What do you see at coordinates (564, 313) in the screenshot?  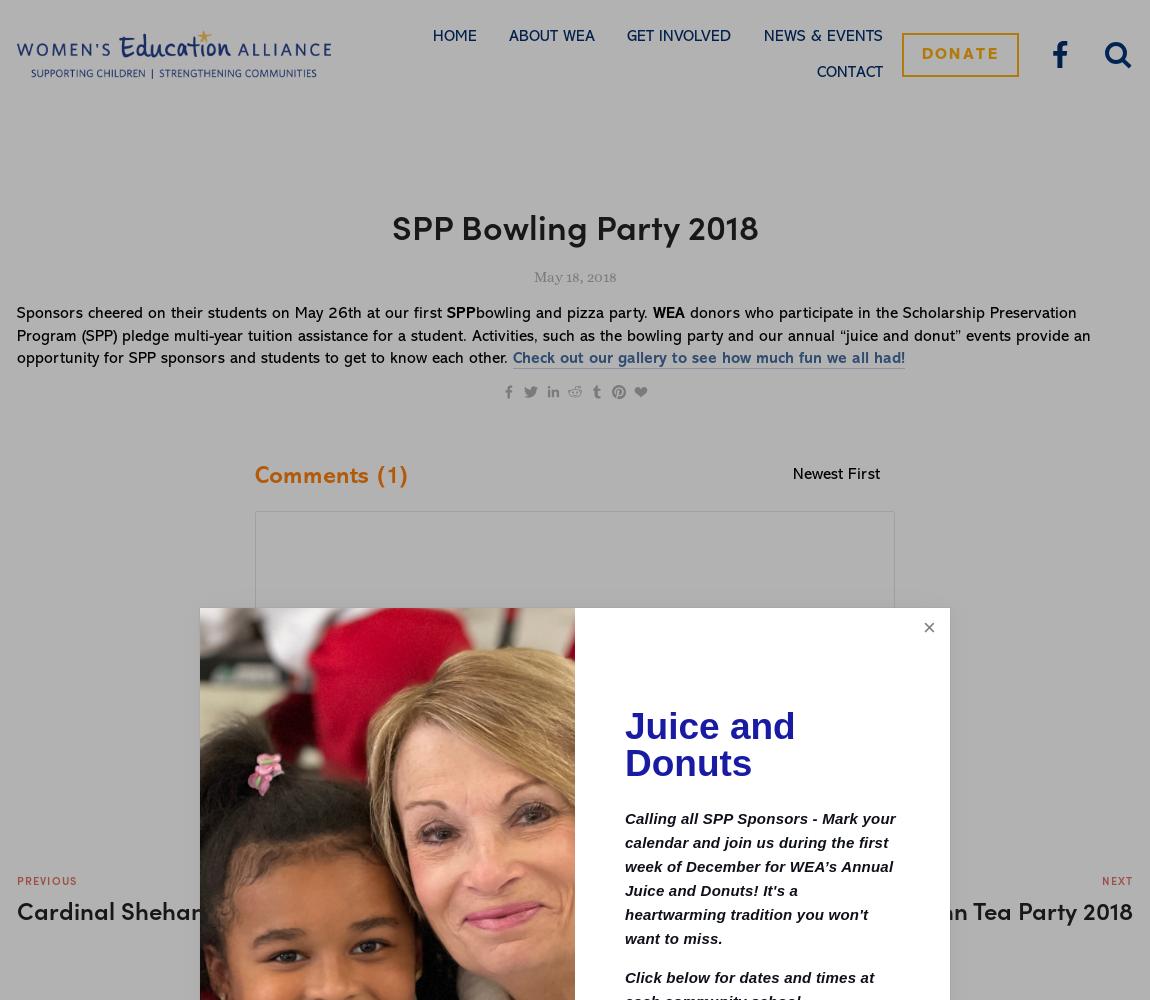 I see `'bowling and pizza party.'` at bounding box center [564, 313].